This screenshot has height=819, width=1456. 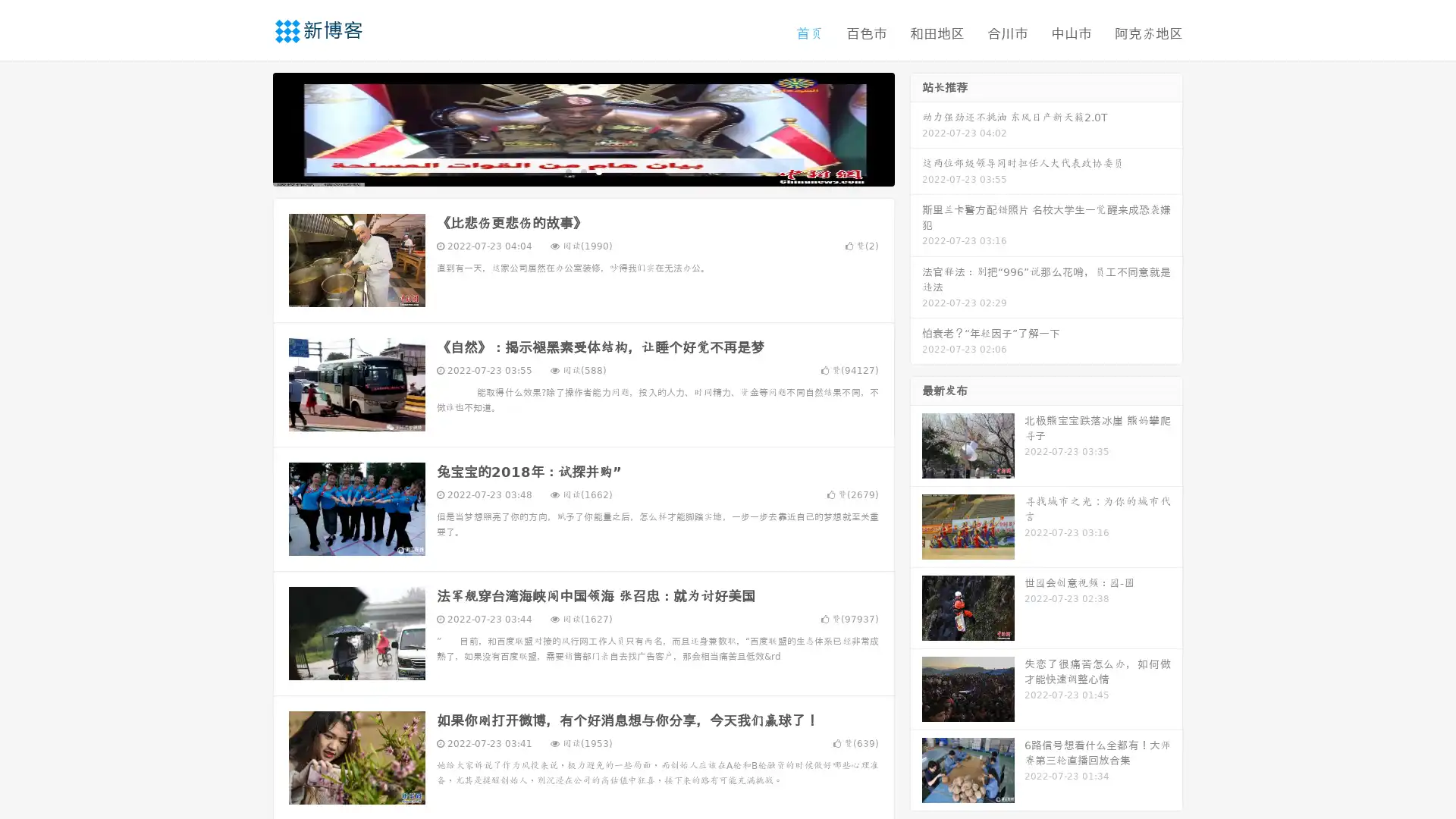 What do you see at coordinates (916, 127) in the screenshot?
I see `Next slide` at bounding box center [916, 127].